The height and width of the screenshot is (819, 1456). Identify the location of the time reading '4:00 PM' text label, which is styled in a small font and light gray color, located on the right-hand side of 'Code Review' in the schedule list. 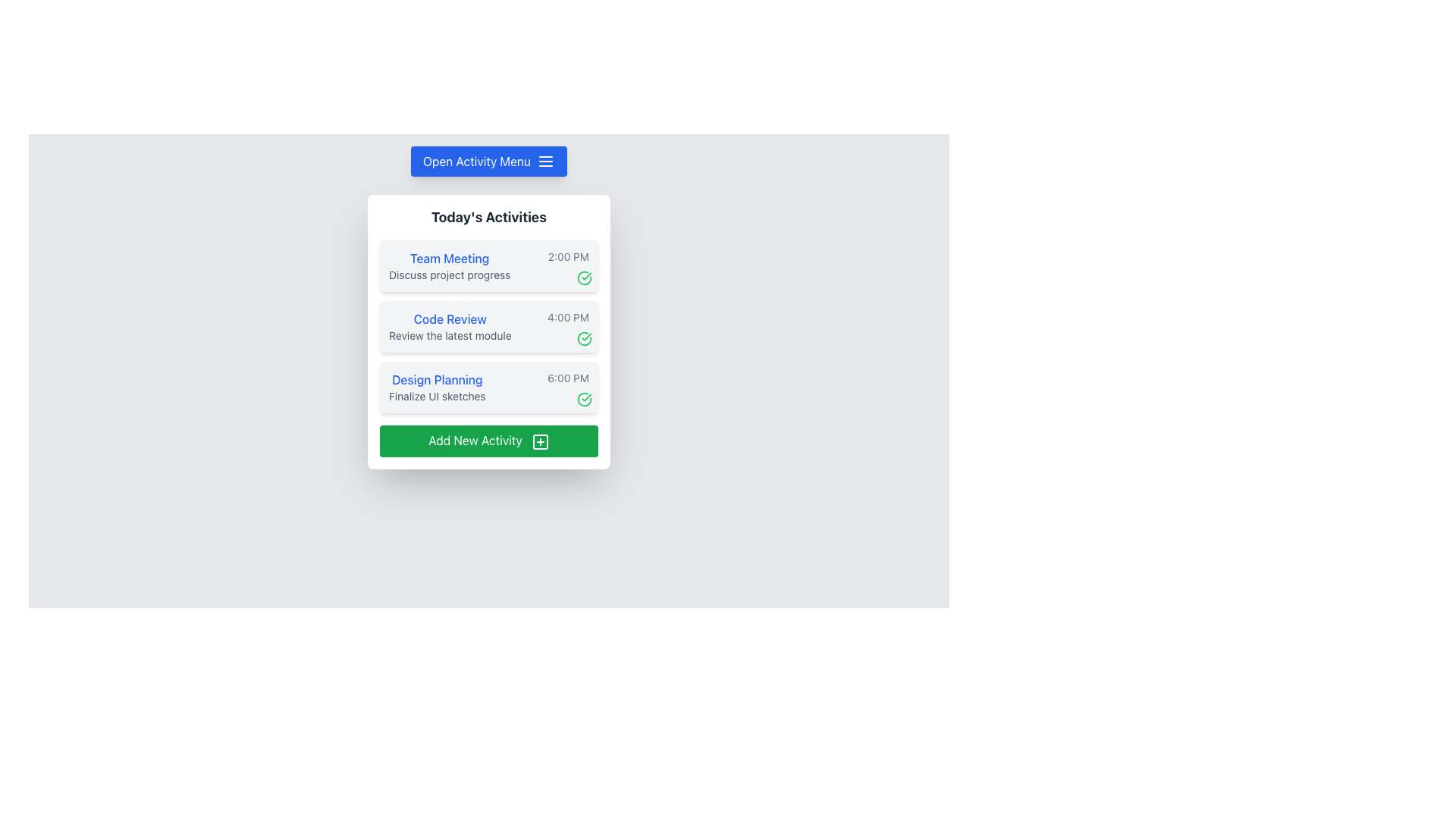
(567, 317).